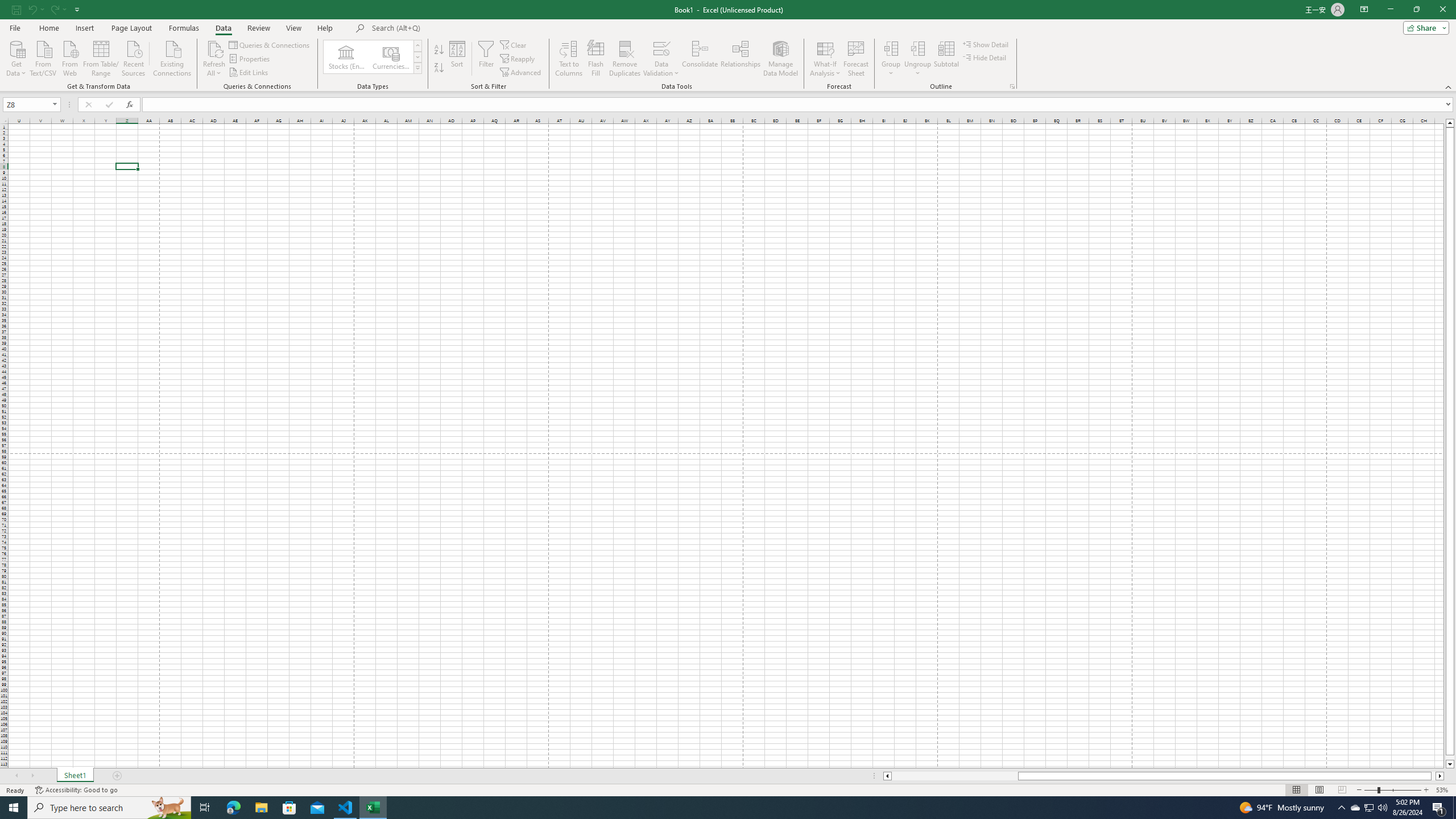 The width and height of the screenshot is (1456, 819). Describe the element at coordinates (1433, 775) in the screenshot. I see `'Page right'` at that location.